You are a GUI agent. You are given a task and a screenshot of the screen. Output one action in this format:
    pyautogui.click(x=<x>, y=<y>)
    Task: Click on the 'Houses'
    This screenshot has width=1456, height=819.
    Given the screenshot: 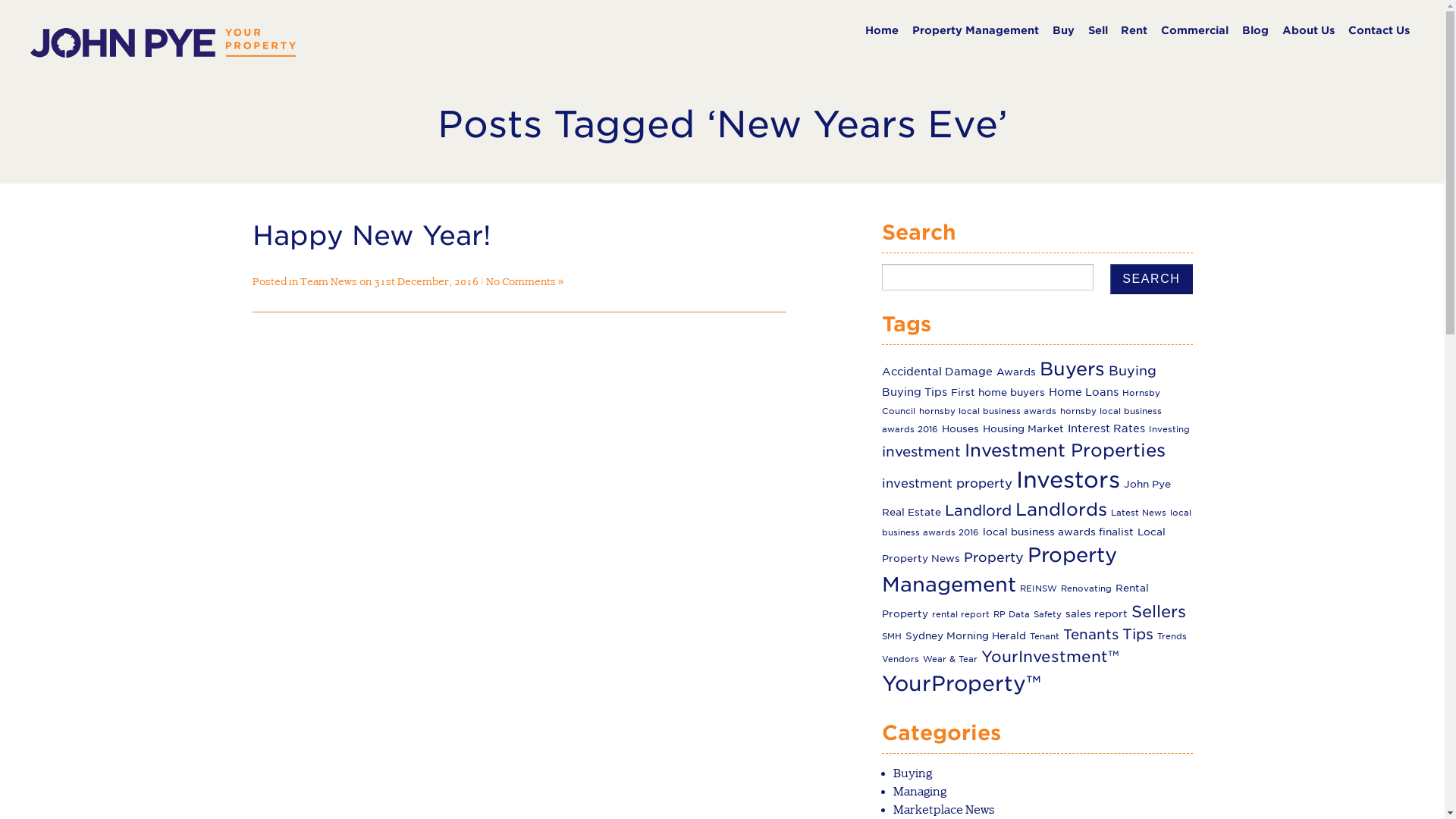 What is the action you would take?
    pyautogui.click(x=959, y=428)
    